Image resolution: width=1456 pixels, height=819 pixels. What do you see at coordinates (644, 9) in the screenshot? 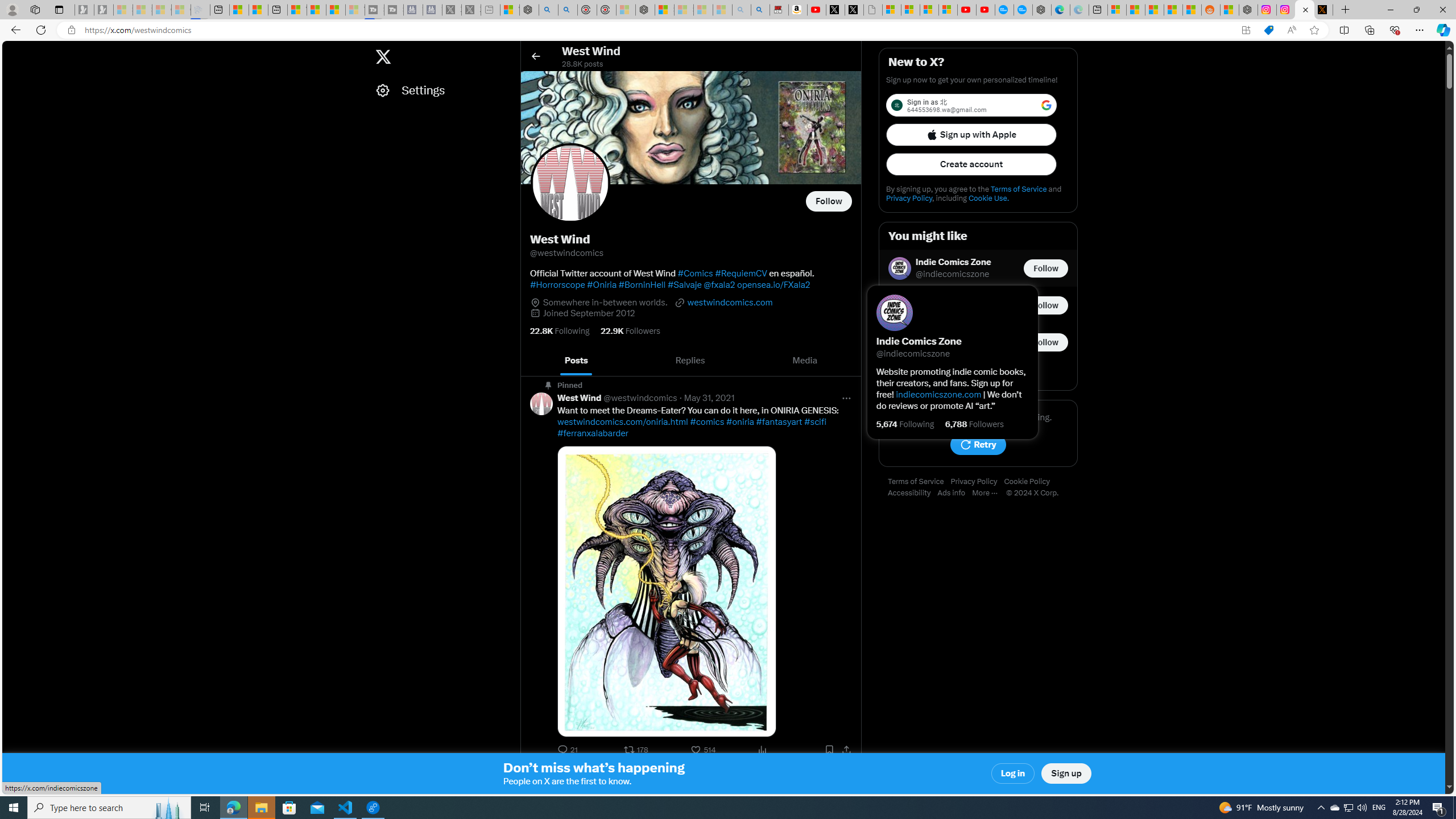
I see `'Nordace - Nordace Siena Is Not An Ordinary Backpack'` at bounding box center [644, 9].